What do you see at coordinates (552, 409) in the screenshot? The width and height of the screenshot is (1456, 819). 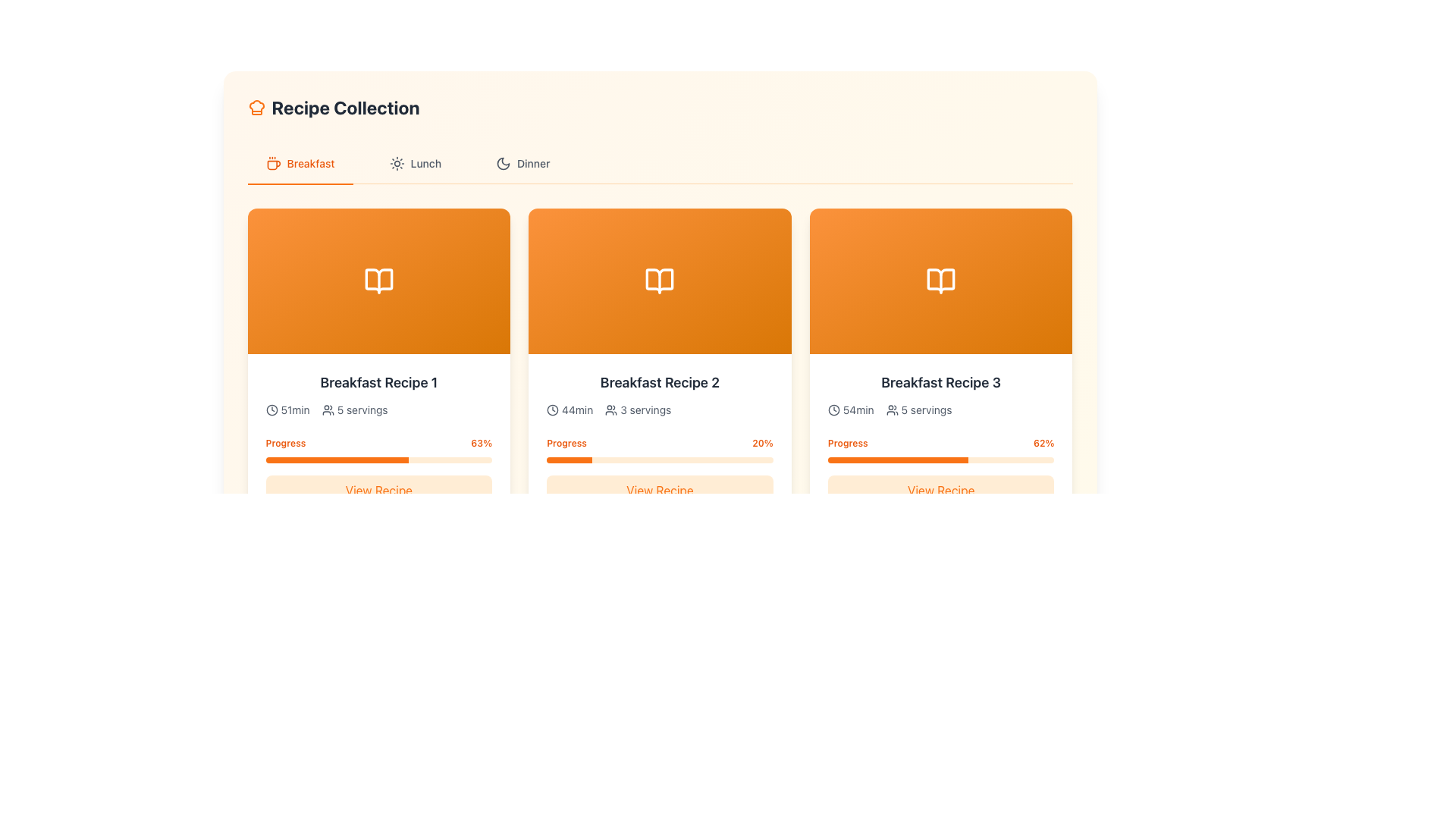 I see `the clock icon indicating time representation for the recipe, located to the left of the '44min' text in the recipe card` at bounding box center [552, 409].